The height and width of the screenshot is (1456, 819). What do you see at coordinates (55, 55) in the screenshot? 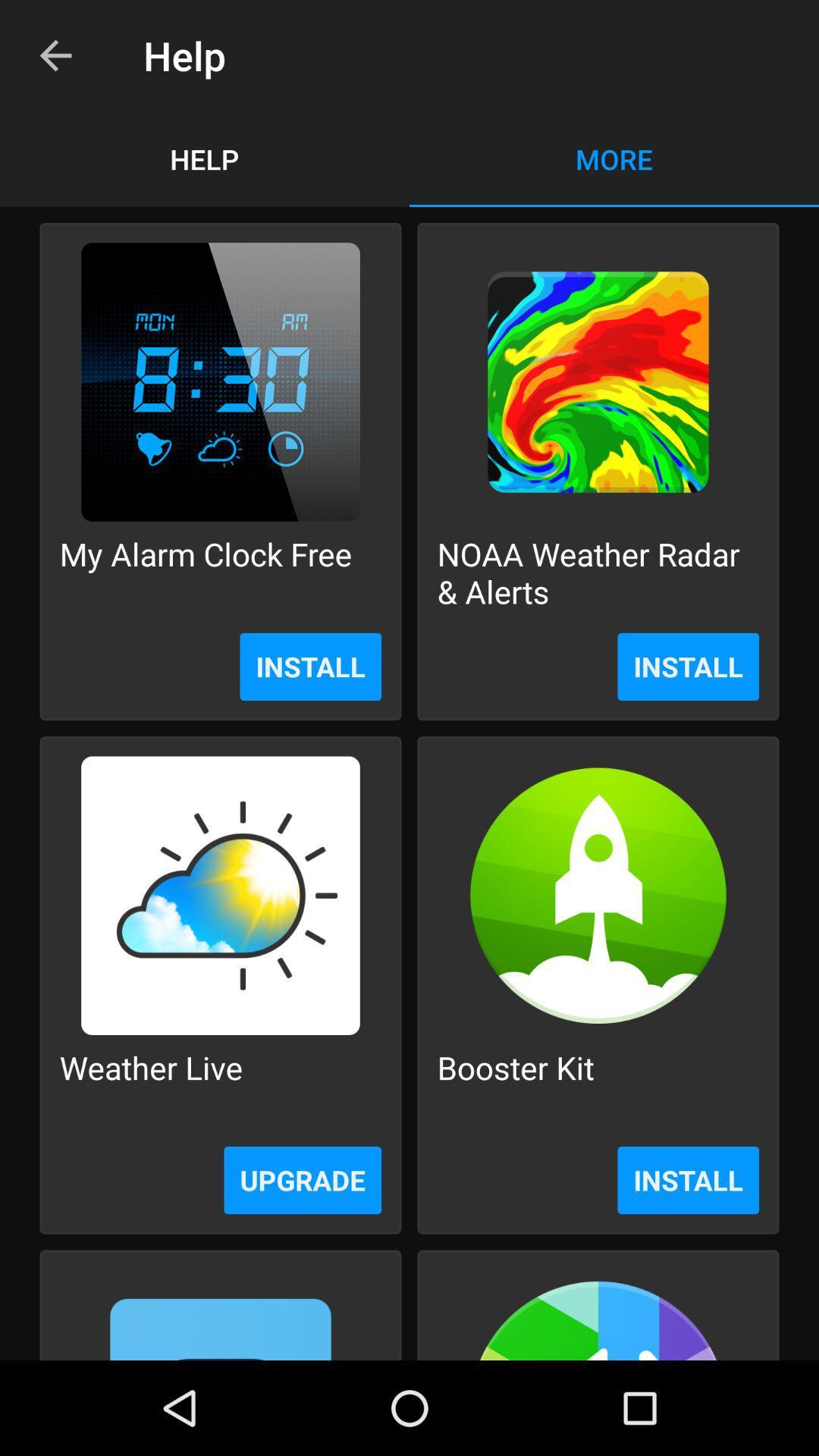
I see `the item to the left of help item` at bounding box center [55, 55].